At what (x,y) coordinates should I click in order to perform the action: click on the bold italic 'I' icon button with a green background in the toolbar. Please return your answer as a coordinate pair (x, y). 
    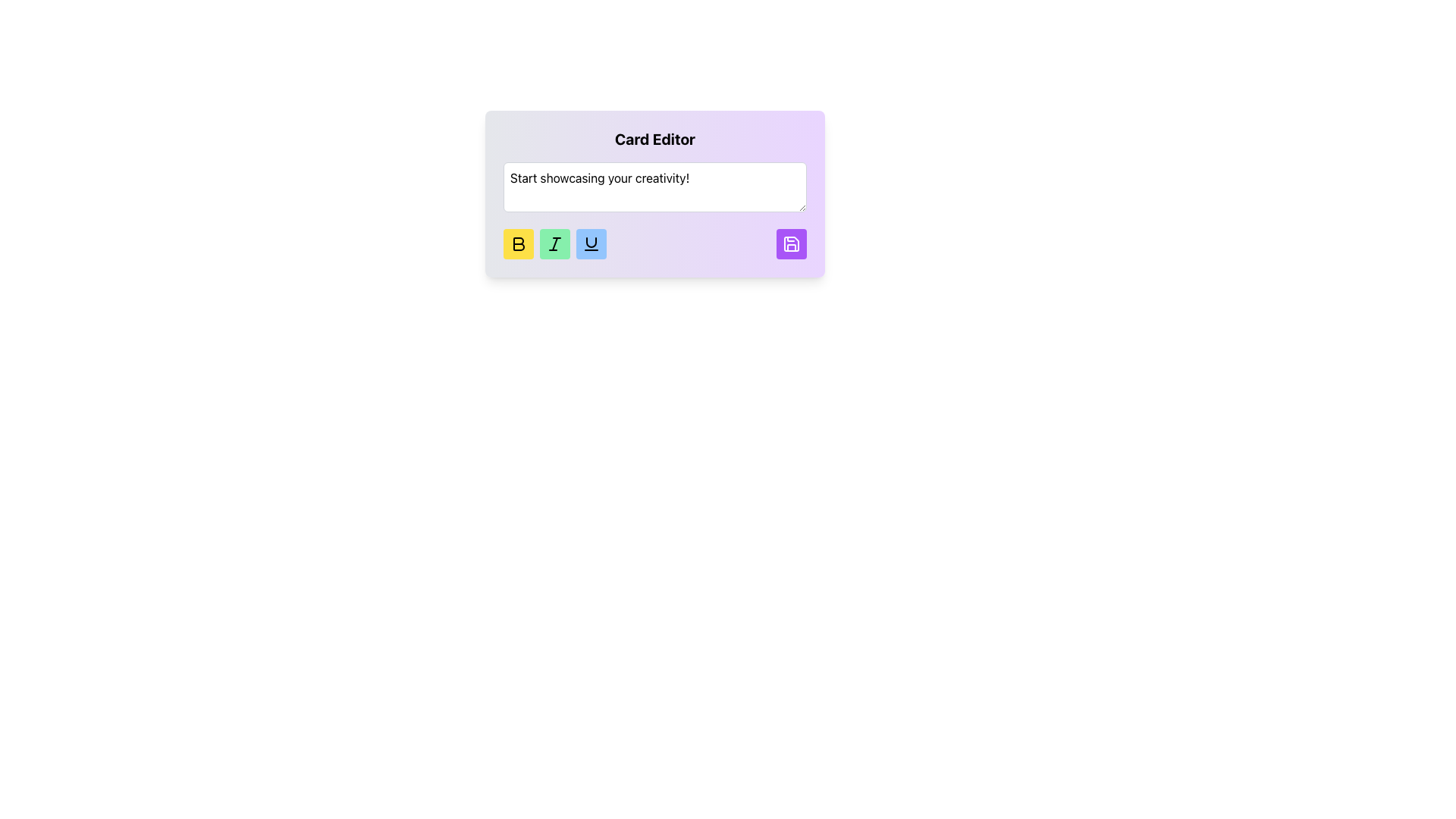
    Looking at the image, I should click on (554, 243).